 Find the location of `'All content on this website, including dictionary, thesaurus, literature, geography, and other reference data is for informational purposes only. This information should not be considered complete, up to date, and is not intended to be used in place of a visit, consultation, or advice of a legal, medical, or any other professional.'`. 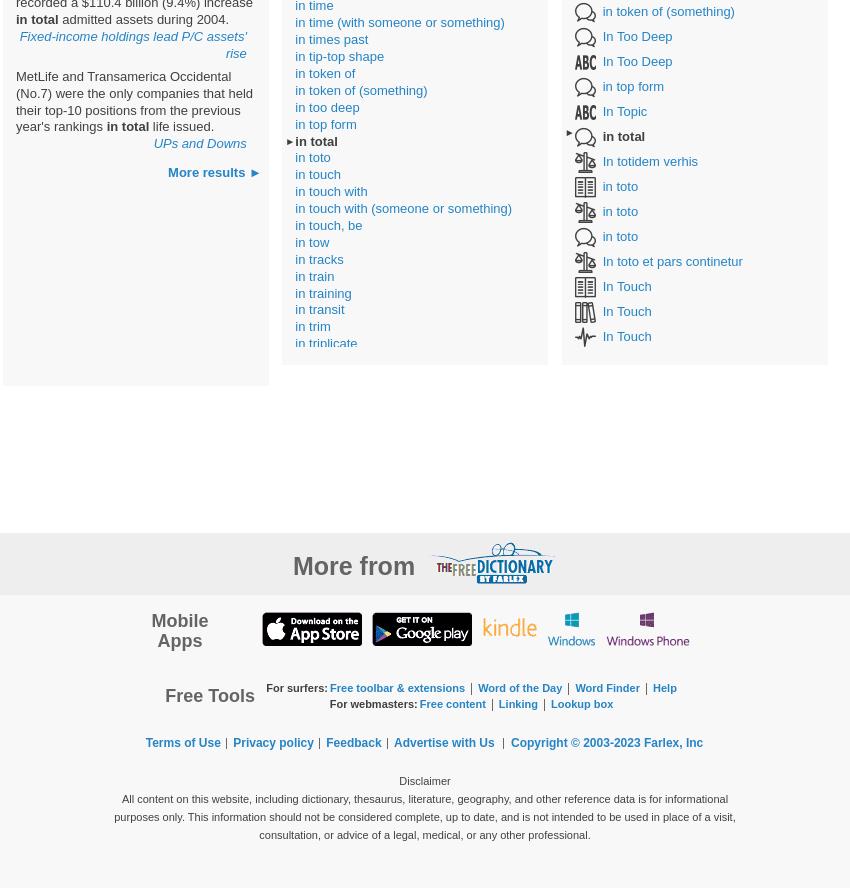

'All content on this website, including dictionary, thesaurus, literature, geography, and other reference data is for informational purposes only. This information should not be considered complete, up to date, and is not intended to be used in place of a visit, consultation, or advice of a legal, medical, or any other professional.' is located at coordinates (112, 816).